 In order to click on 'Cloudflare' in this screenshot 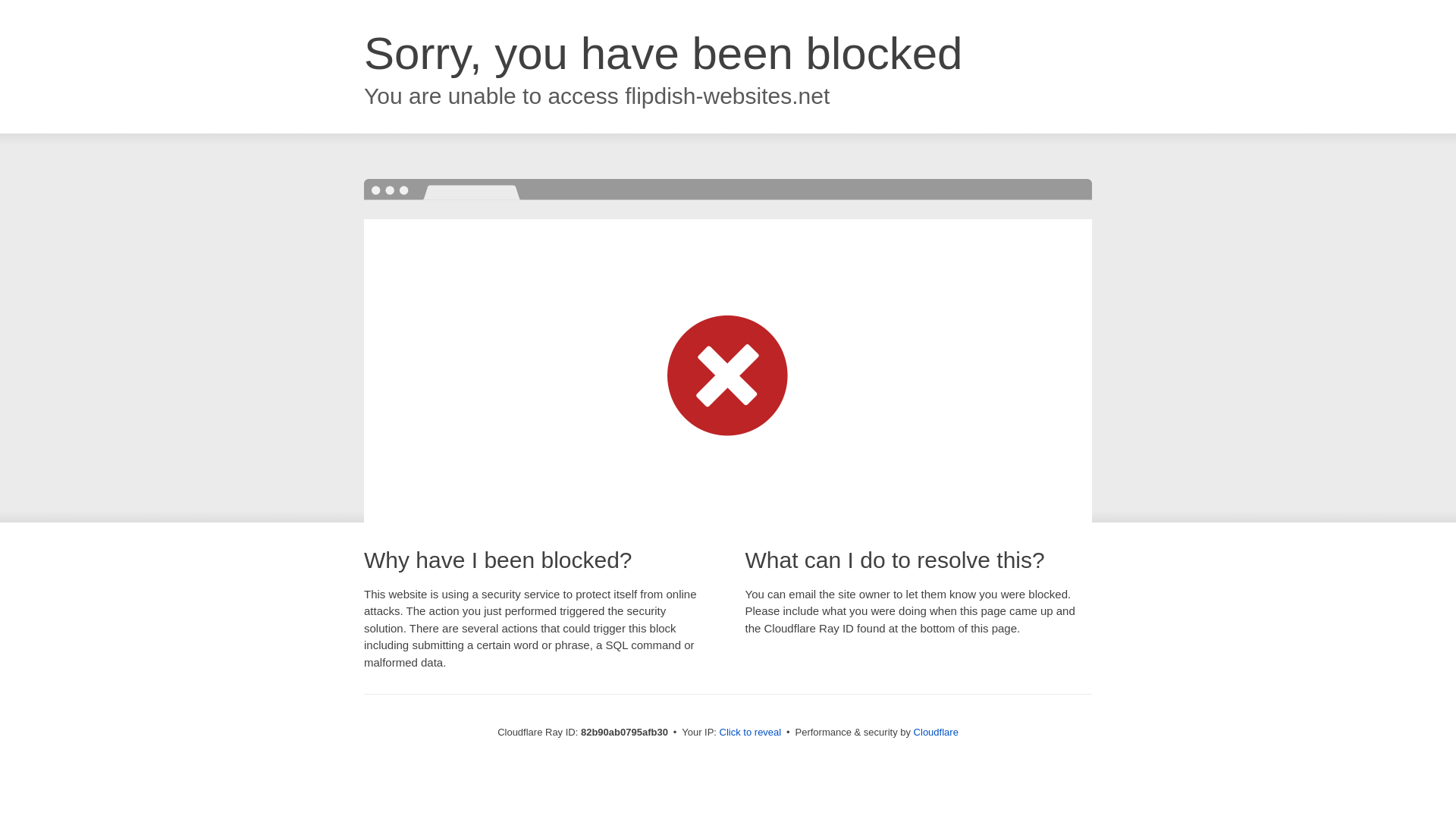, I will do `click(935, 731)`.